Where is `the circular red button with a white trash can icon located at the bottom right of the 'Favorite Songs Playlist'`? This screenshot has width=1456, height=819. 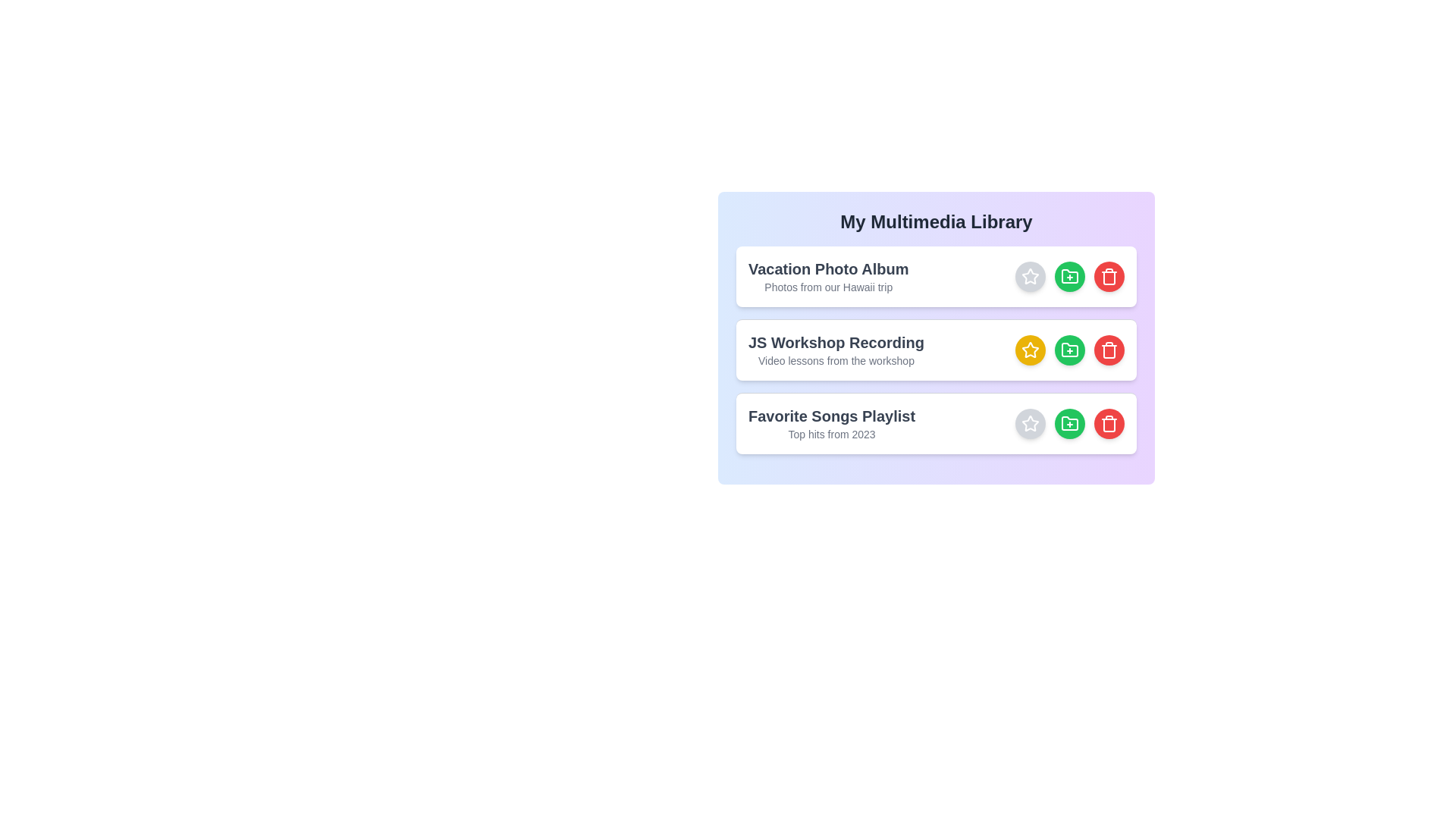 the circular red button with a white trash can icon located at the bottom right of the 'Favorite Songs Playlist' is located at coordinates (1109, 424).